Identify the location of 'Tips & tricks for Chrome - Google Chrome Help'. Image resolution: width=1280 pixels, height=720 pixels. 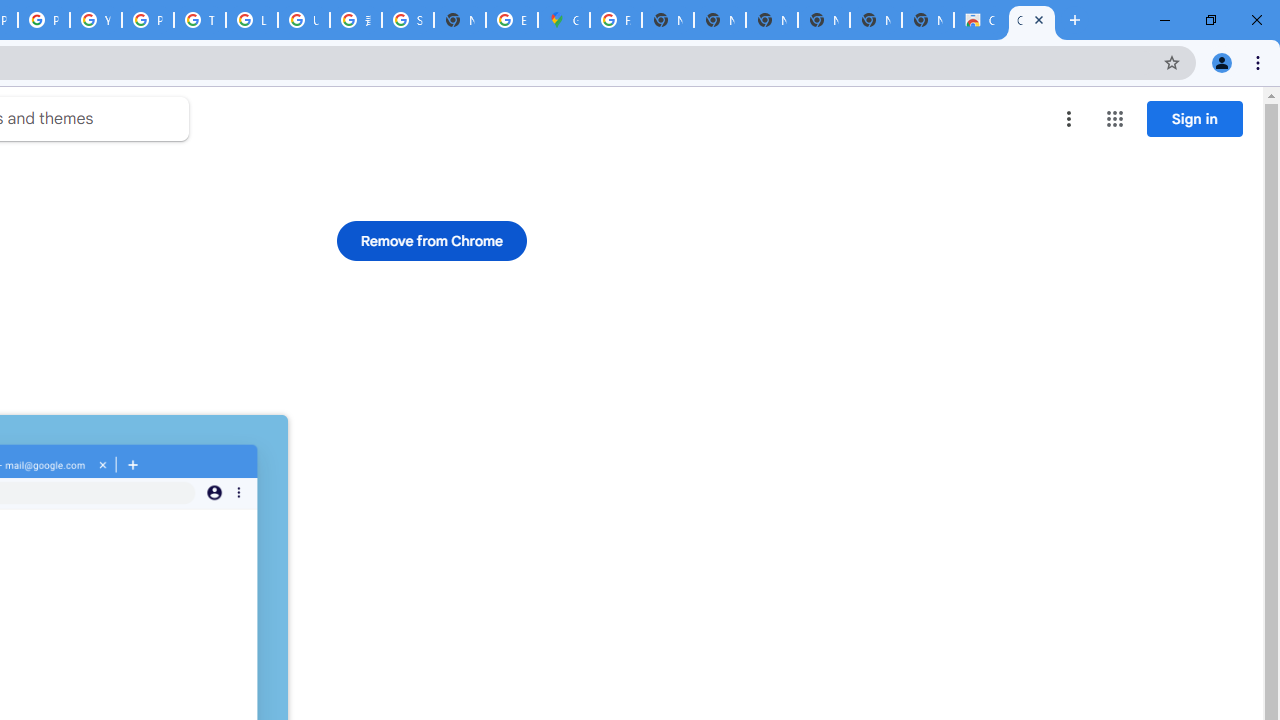
(200, 20).